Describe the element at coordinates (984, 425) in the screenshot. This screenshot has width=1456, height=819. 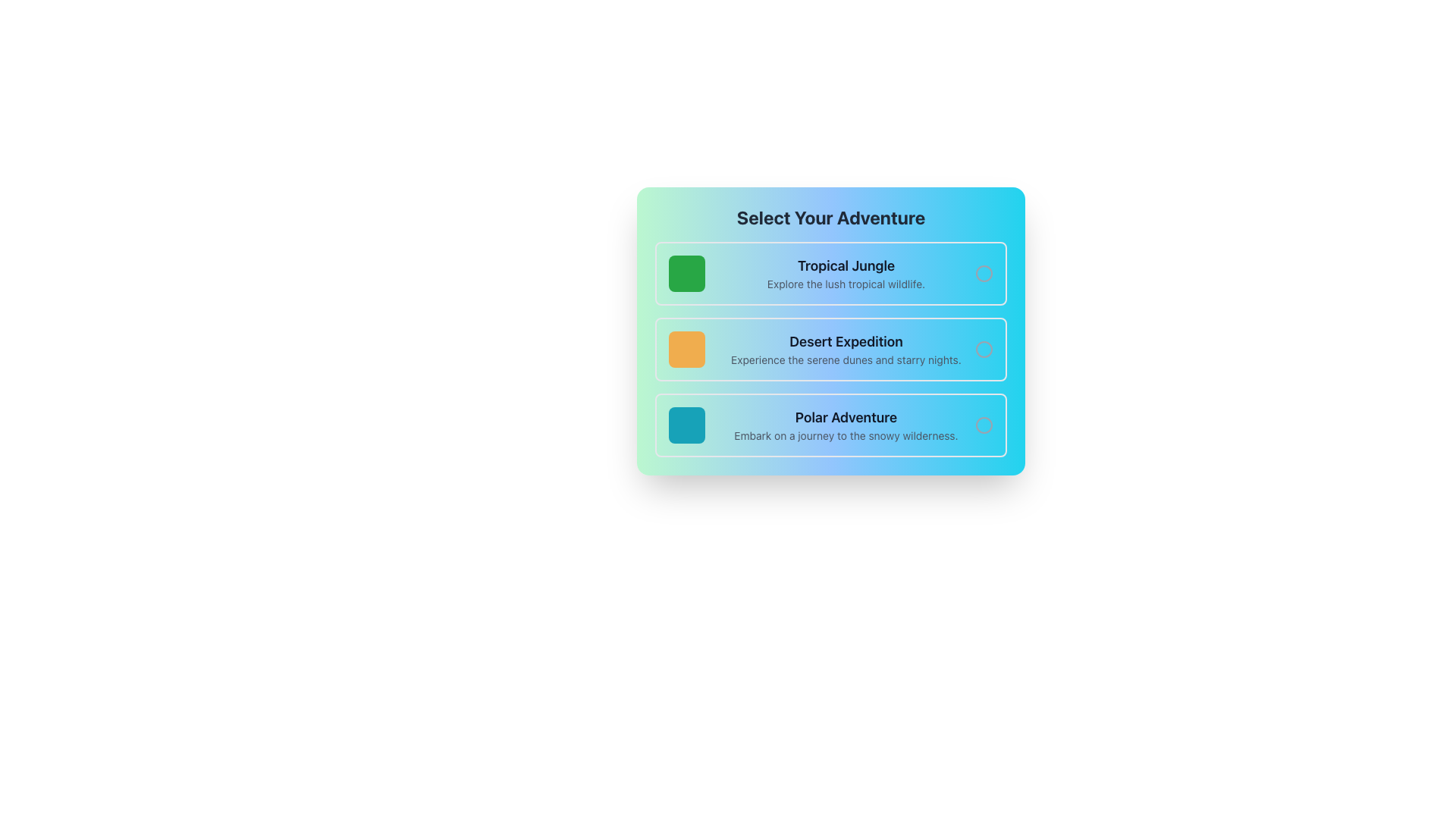
I see `the circular radio button in the 'Polar Adventure' section, which is right-aligned within the third option group` at that location.